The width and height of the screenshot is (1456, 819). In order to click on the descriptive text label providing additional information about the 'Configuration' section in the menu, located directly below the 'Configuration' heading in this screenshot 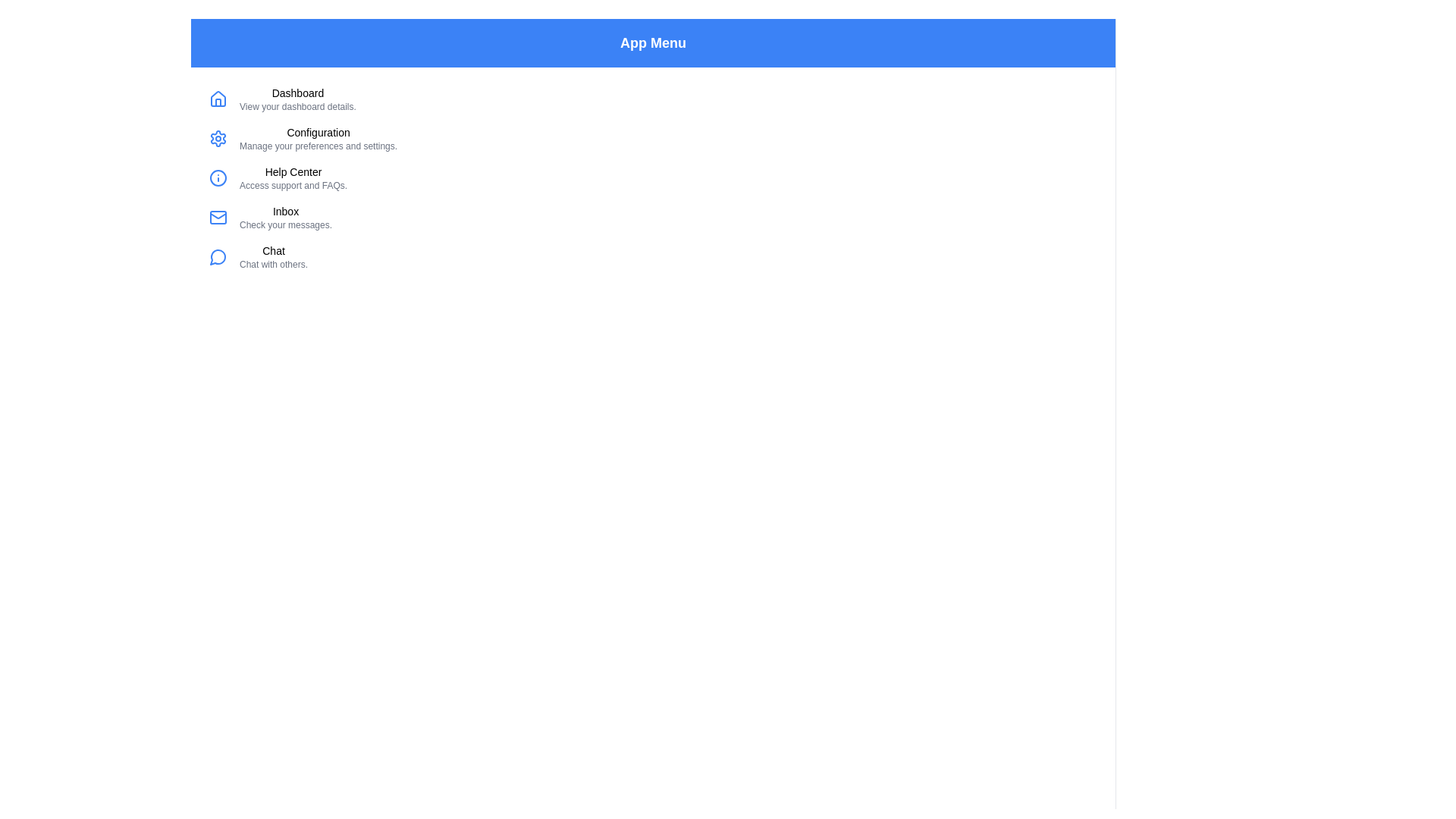, I will do `click(318, 146)`.